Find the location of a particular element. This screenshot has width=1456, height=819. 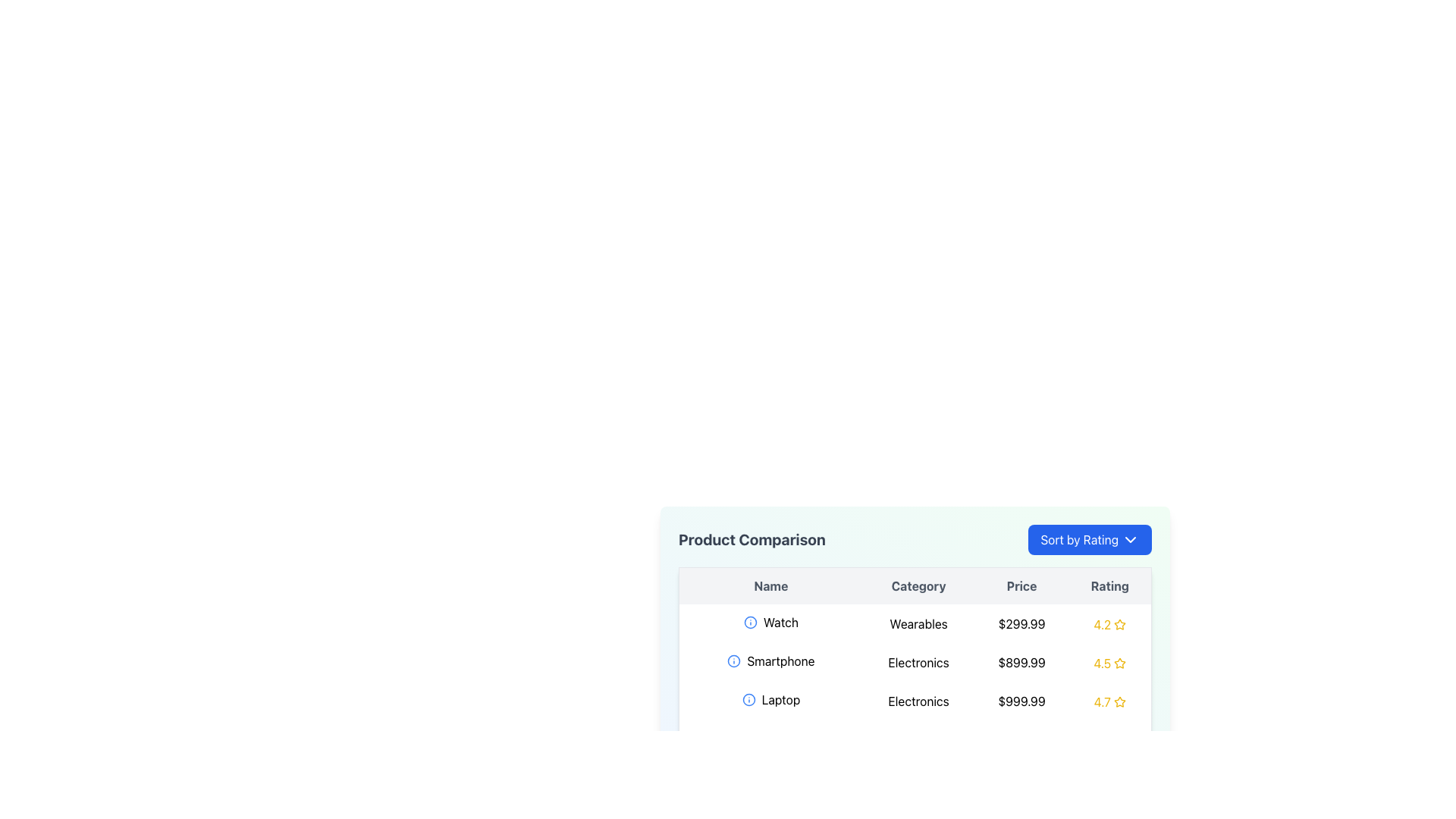

the Text Label displaying '$299.99' in the 'Price' column of the 'Wearables' category is located at coordinates (1021, 623).